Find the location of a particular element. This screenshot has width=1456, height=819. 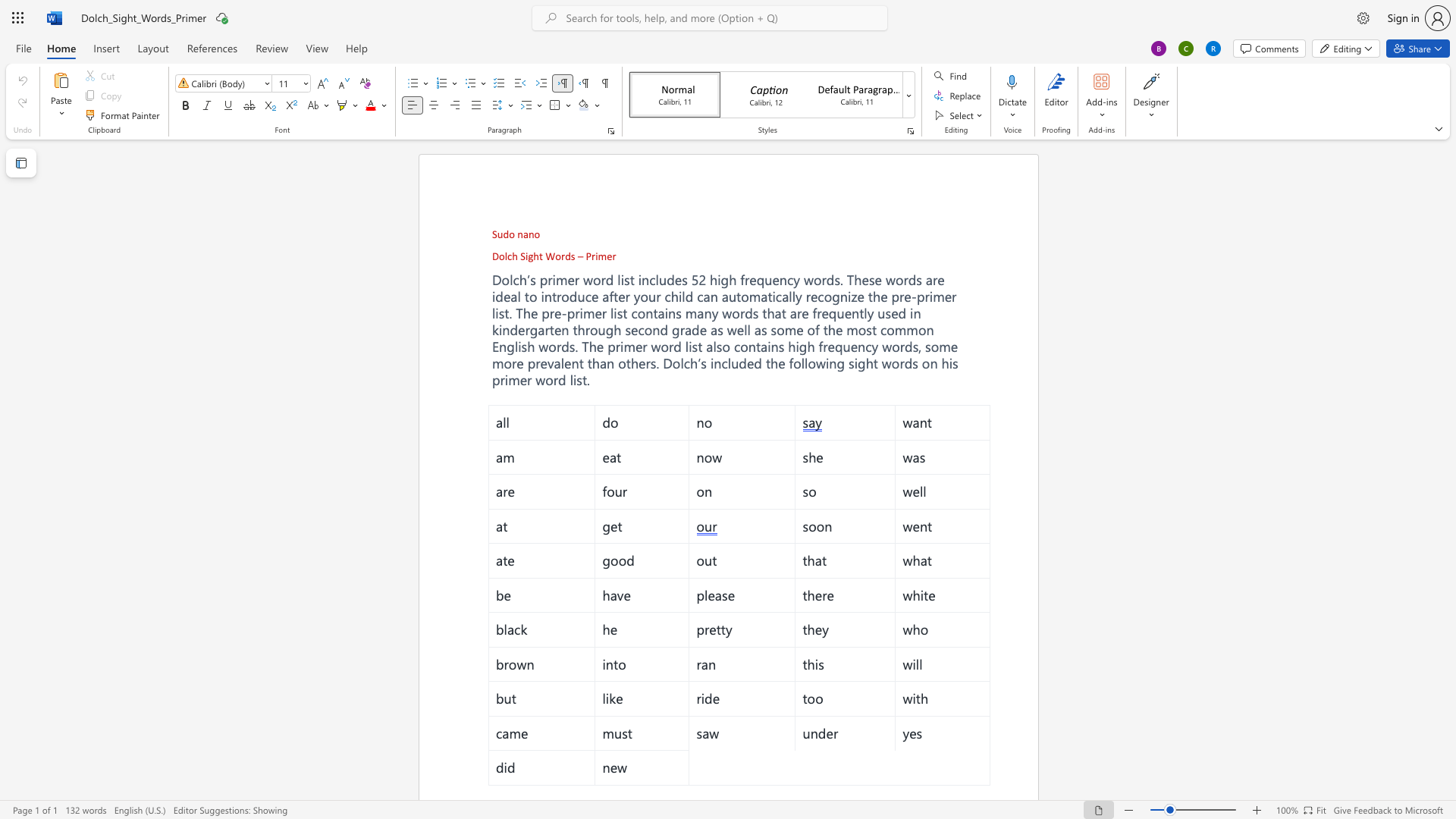

the subset text "rimer word l" within the text "high frequency words, some more prevalent than others. Dolch’s included the following sight words on his primer word list." is located at coordinates (500, 379).